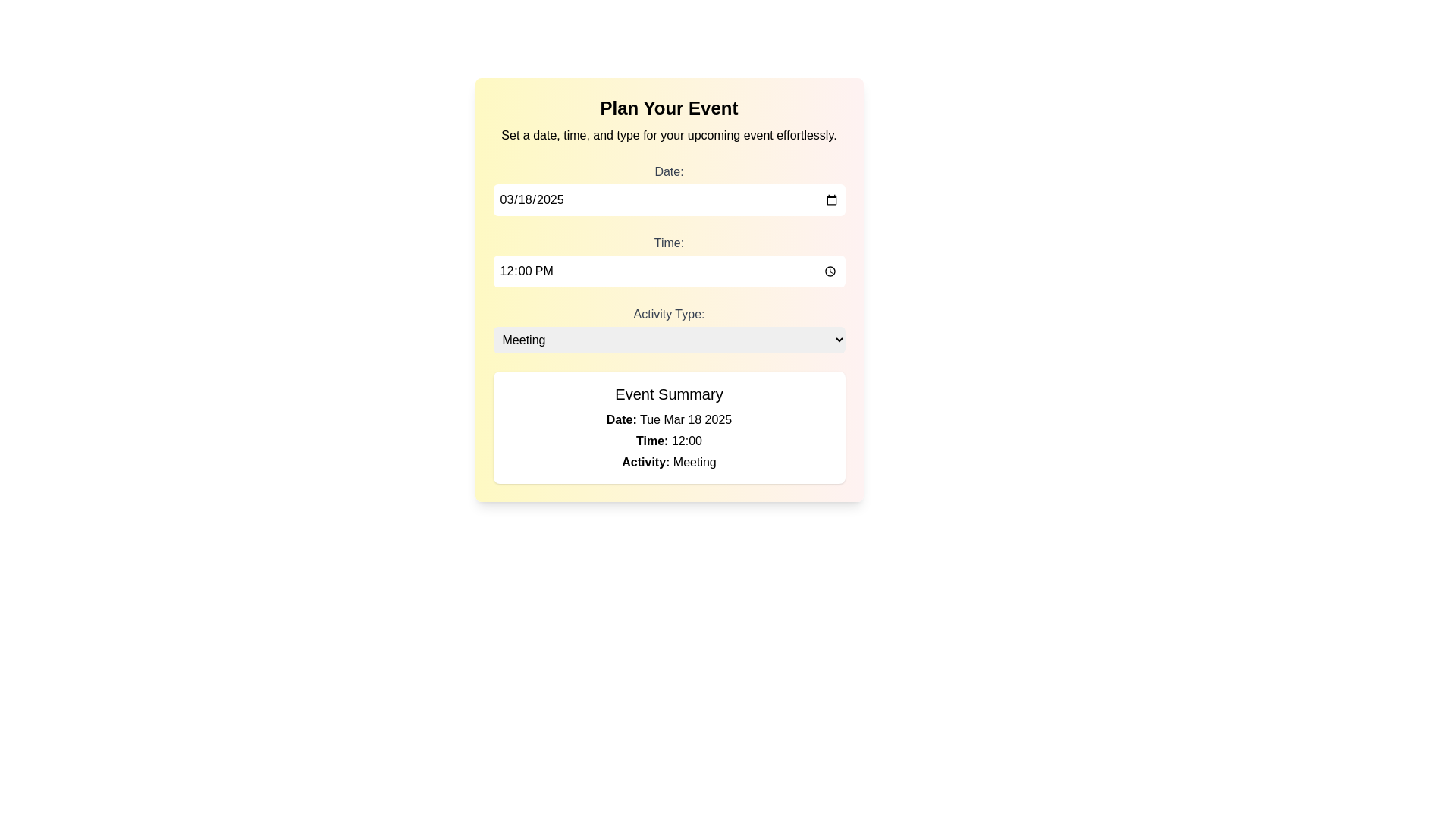  What do you see at coordinates (668, 119) in the screenshot?
I see `the instructional header static text block that guides users on setting up event details, located above the input fields for date, time, and activity type` at bounding box center [668, 119].